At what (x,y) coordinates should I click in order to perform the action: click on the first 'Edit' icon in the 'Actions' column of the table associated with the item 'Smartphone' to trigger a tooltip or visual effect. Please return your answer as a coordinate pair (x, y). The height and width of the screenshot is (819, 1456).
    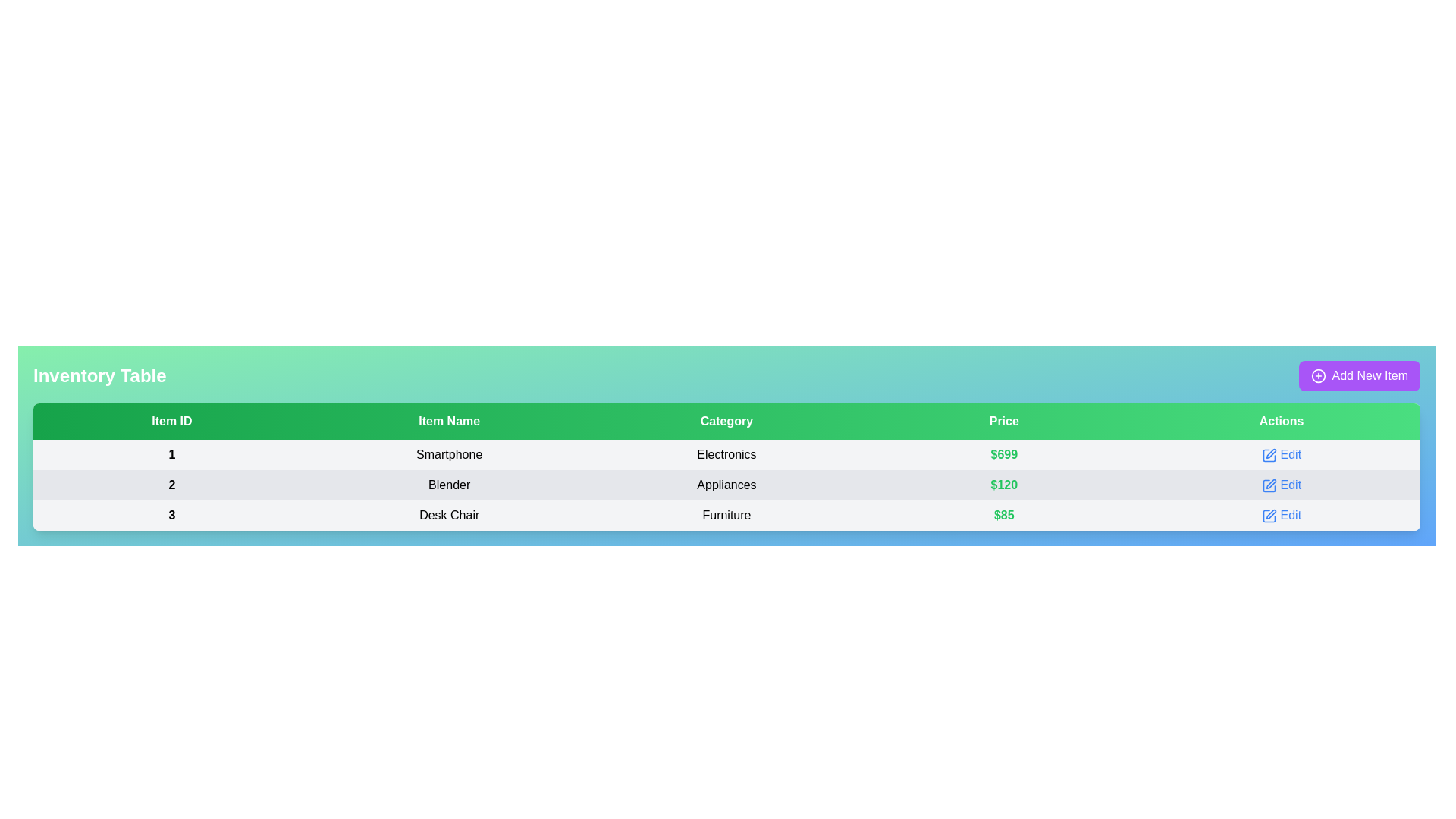
    Looking at the image, I should click on (1269, 454).